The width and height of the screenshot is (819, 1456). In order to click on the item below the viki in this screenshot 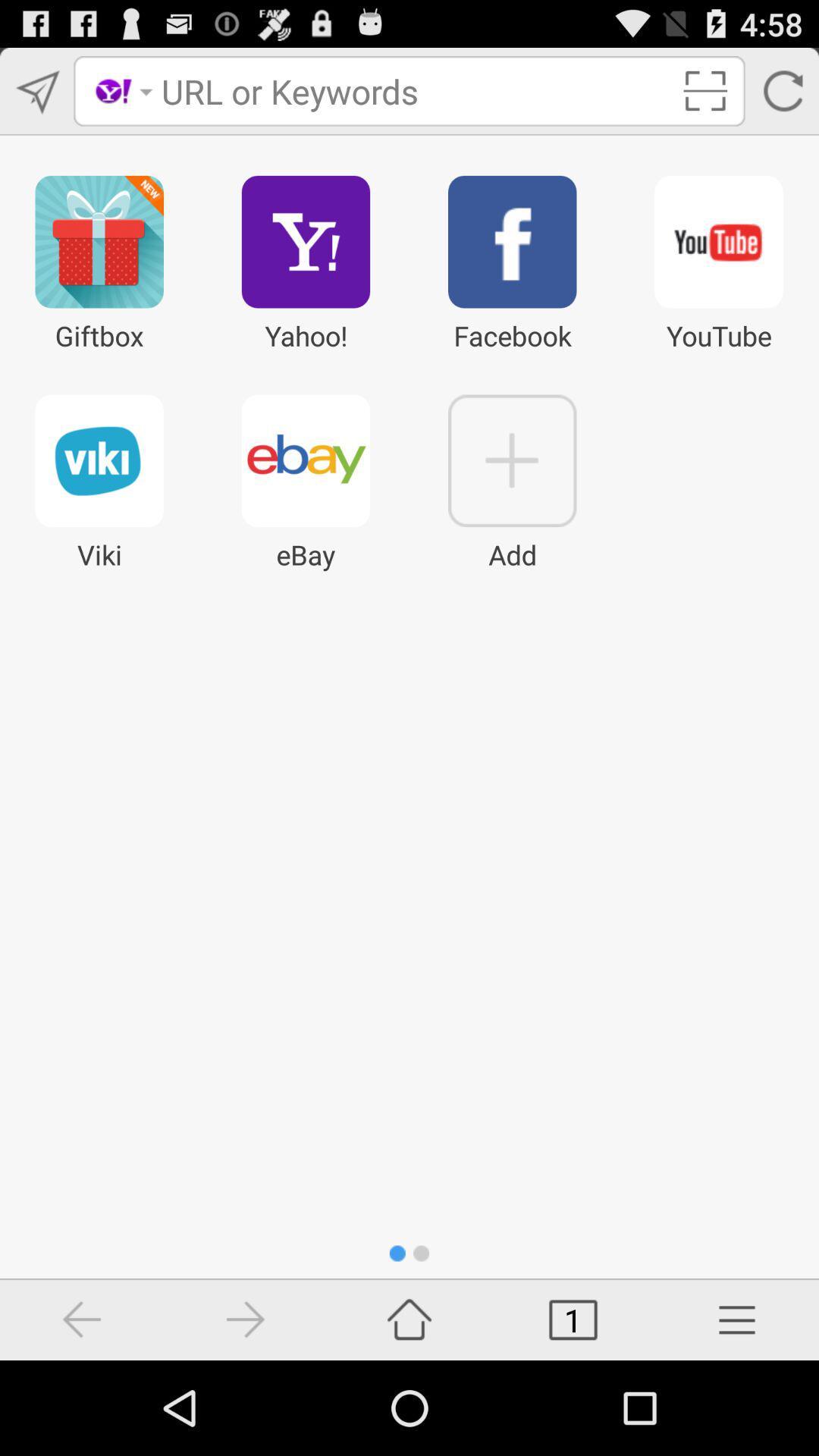, I will do `click(245, 1319)`.